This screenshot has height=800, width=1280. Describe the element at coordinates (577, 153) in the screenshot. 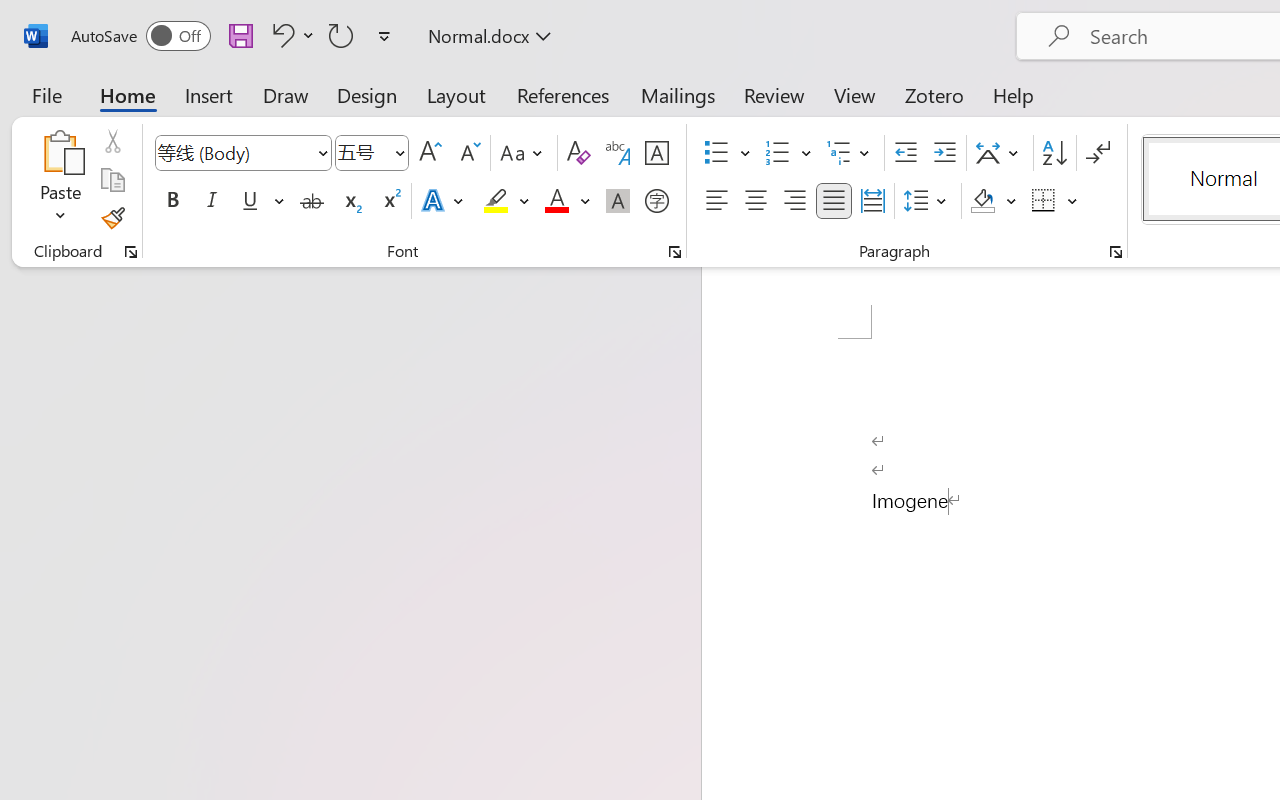

I see `'Clear Formatting'` at that location.